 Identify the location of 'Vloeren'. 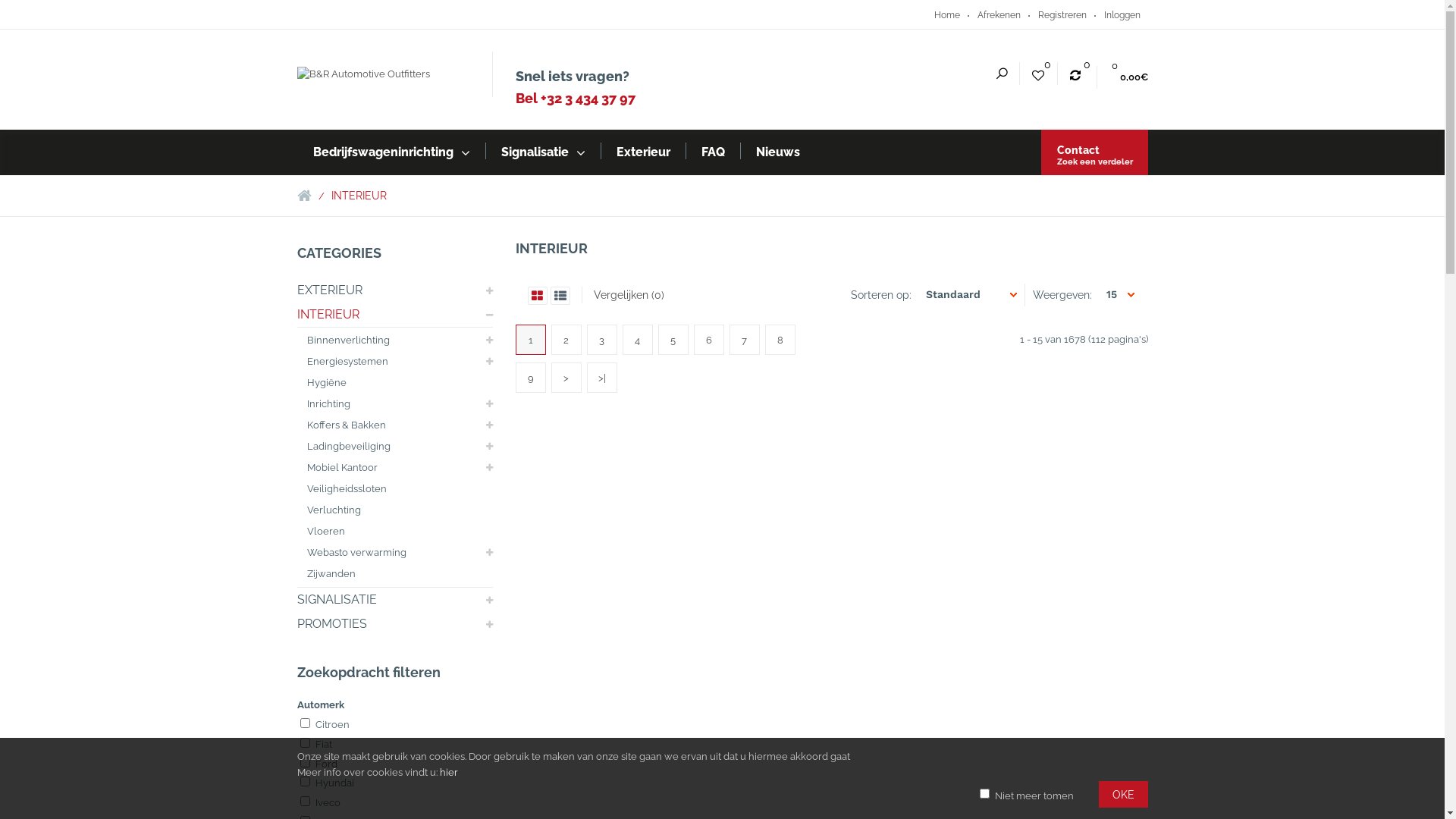
(324, 531).